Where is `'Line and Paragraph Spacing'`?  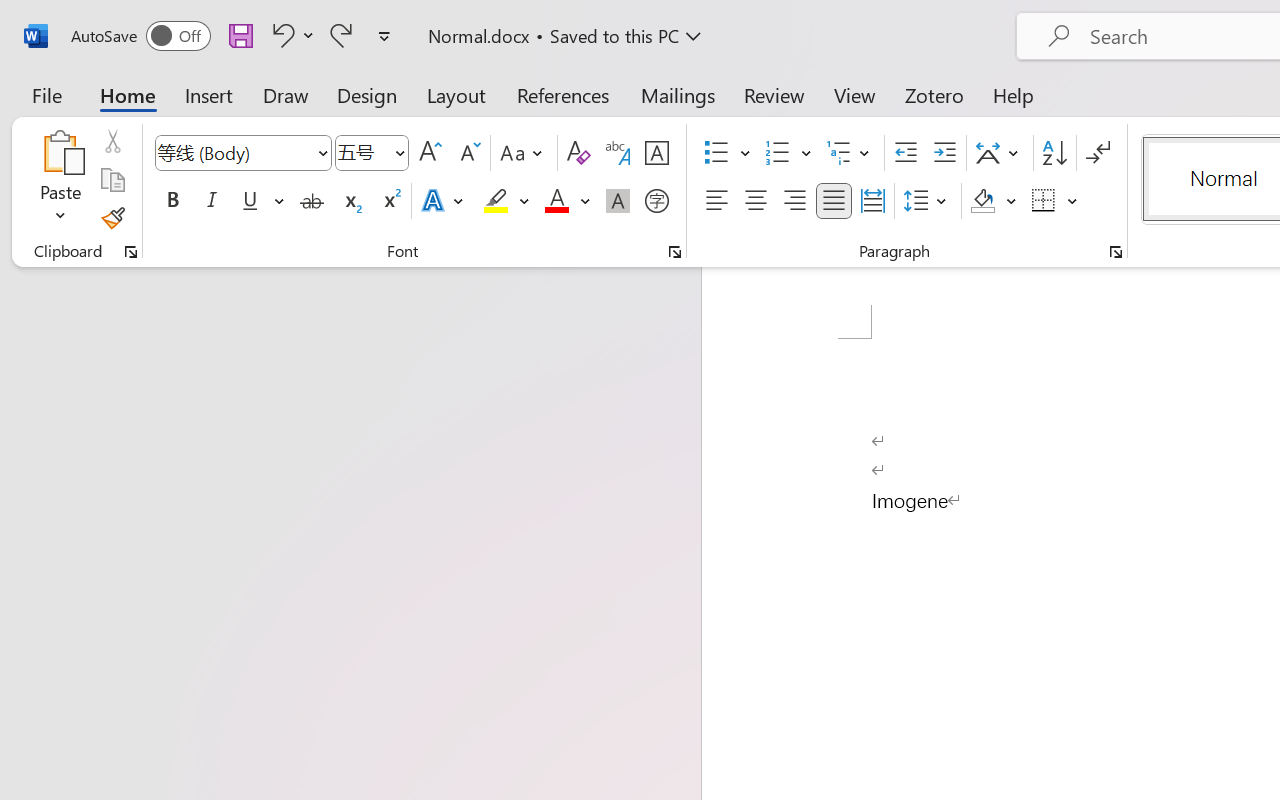
'Line and Paragraph Spacing' is located at coordinates (927, 201).